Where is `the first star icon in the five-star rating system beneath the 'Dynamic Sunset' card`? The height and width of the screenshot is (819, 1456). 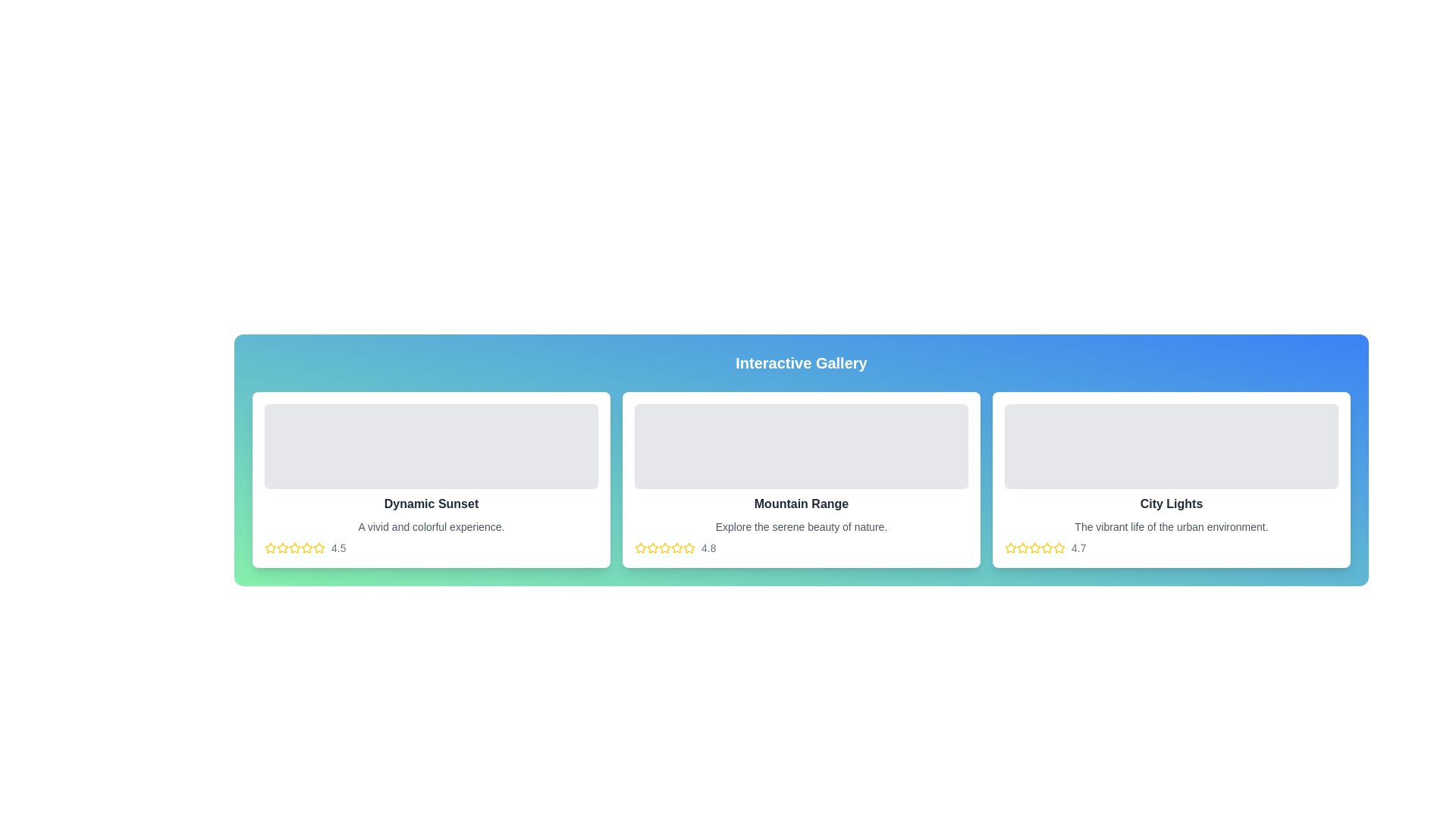
the first star icon in the five-star rating system beneath the 'Dynamic Sunset' card is located at coordinates (270, 548).